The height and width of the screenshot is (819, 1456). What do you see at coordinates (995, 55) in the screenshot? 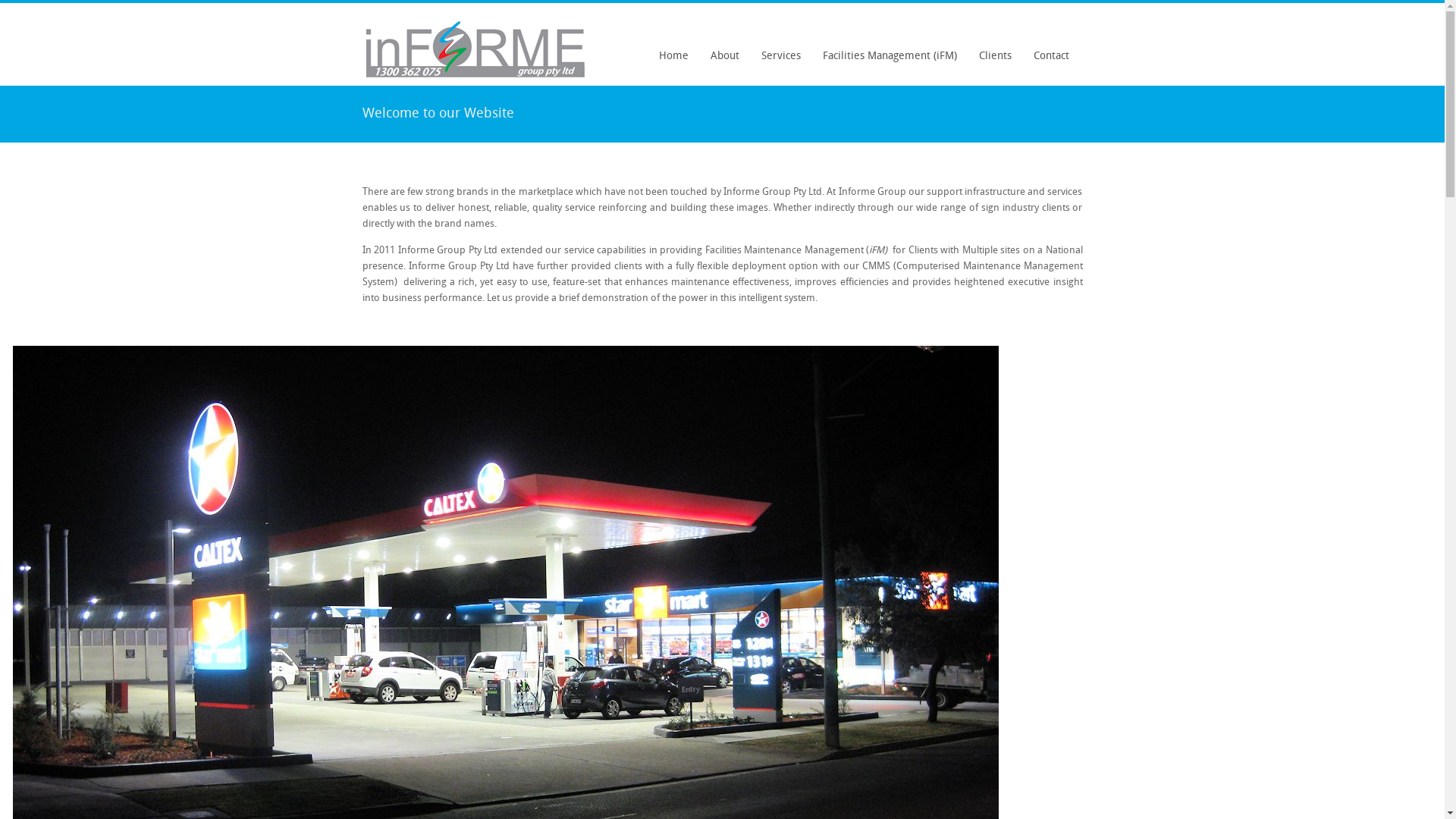
I see `'Clients'` at bounding box center [995, 55].